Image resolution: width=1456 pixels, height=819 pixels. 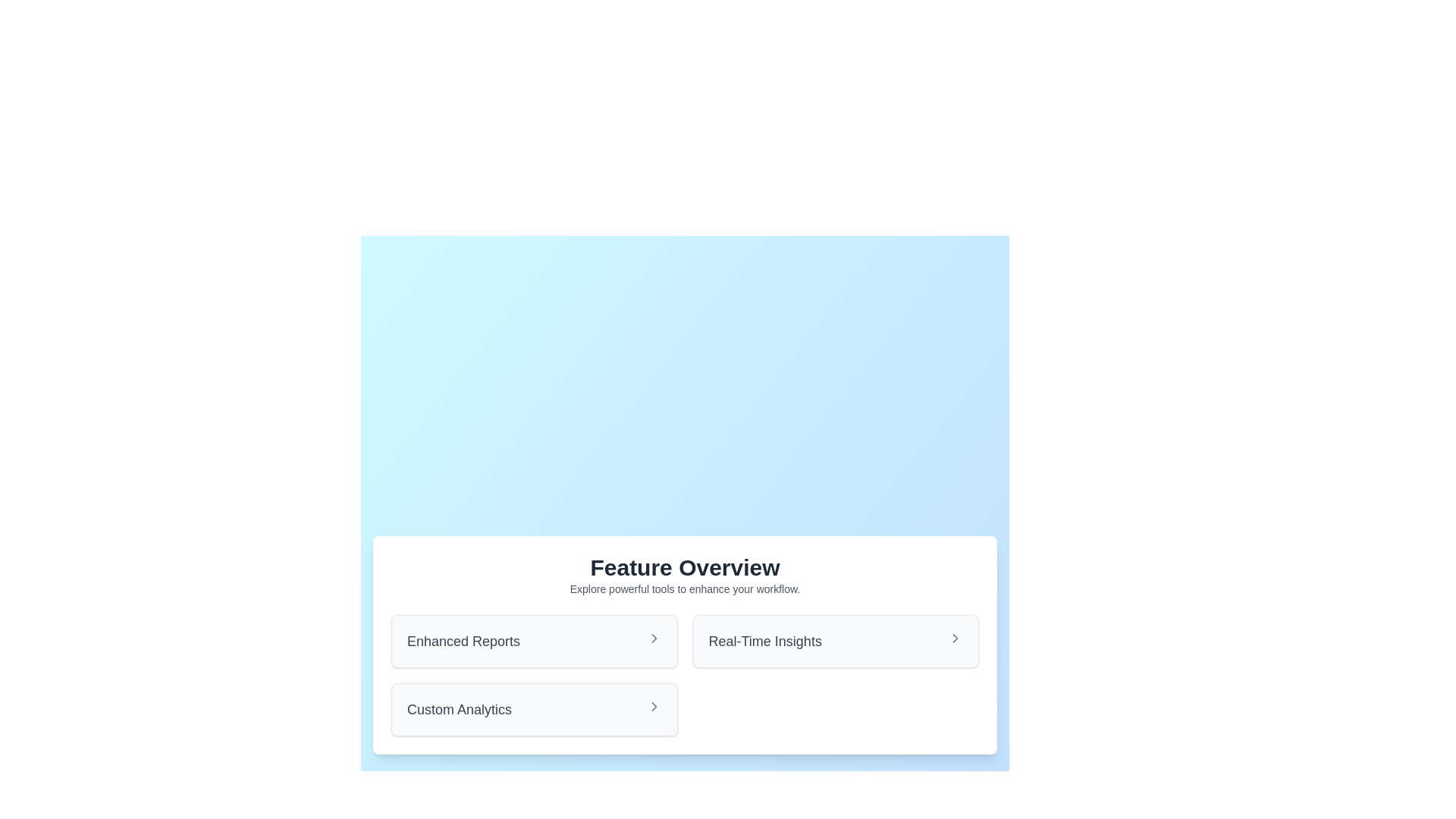 What do you see at coordinates (954, 638) in the screenshot?
I see `the right-pointing chevron icon located at the far right of the 'Real-Time Insights' section` at bounding box center [954, 638].